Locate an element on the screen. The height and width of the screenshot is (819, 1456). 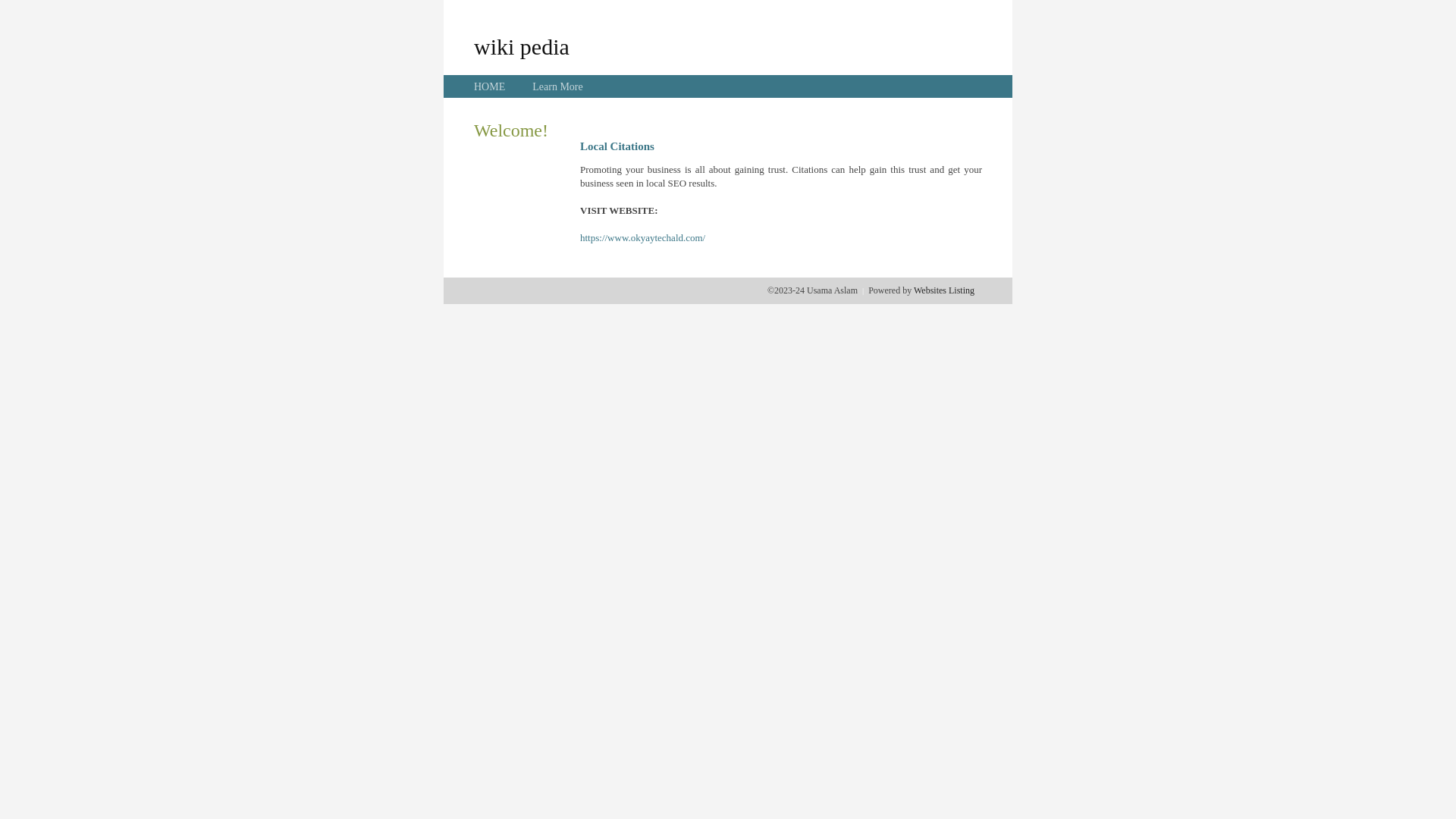
'Learn More' is located at coordinates (556, 86).